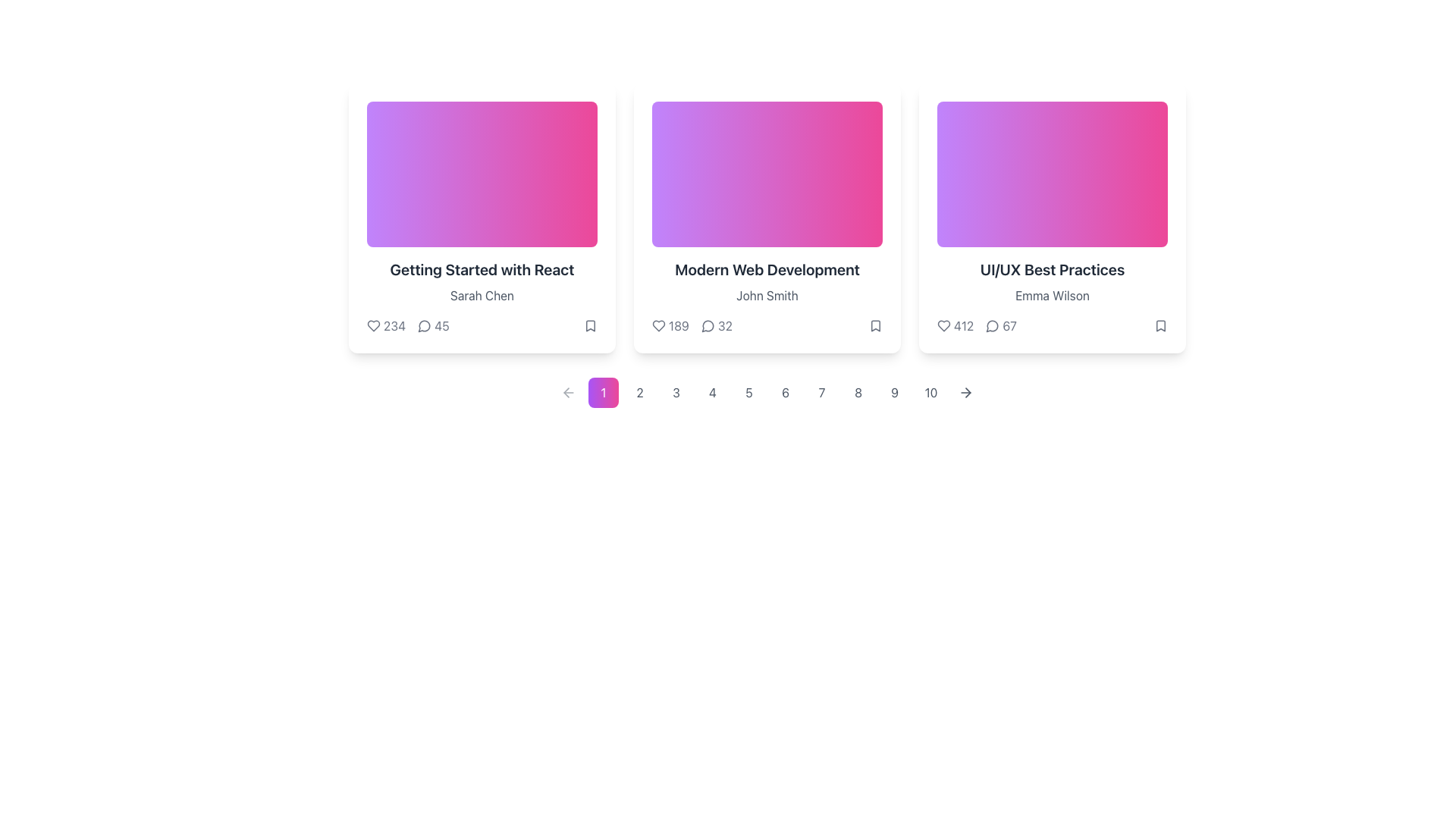  Describe the element at coordinates (676, 391) in the screenshot. I see `the pagination button labeled '3'` at that location.